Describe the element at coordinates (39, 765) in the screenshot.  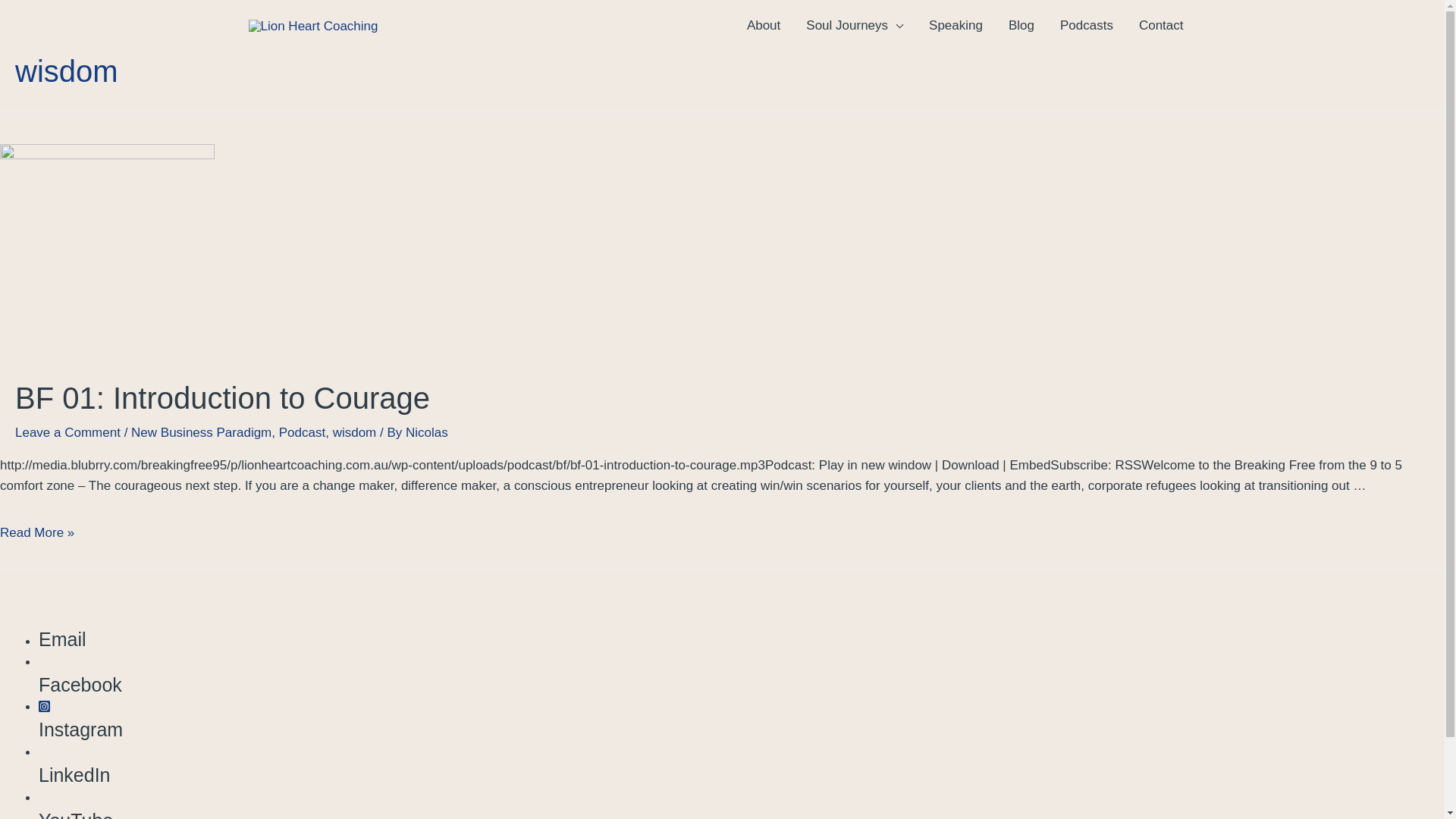
I see `'LinkedIn'` at that location.